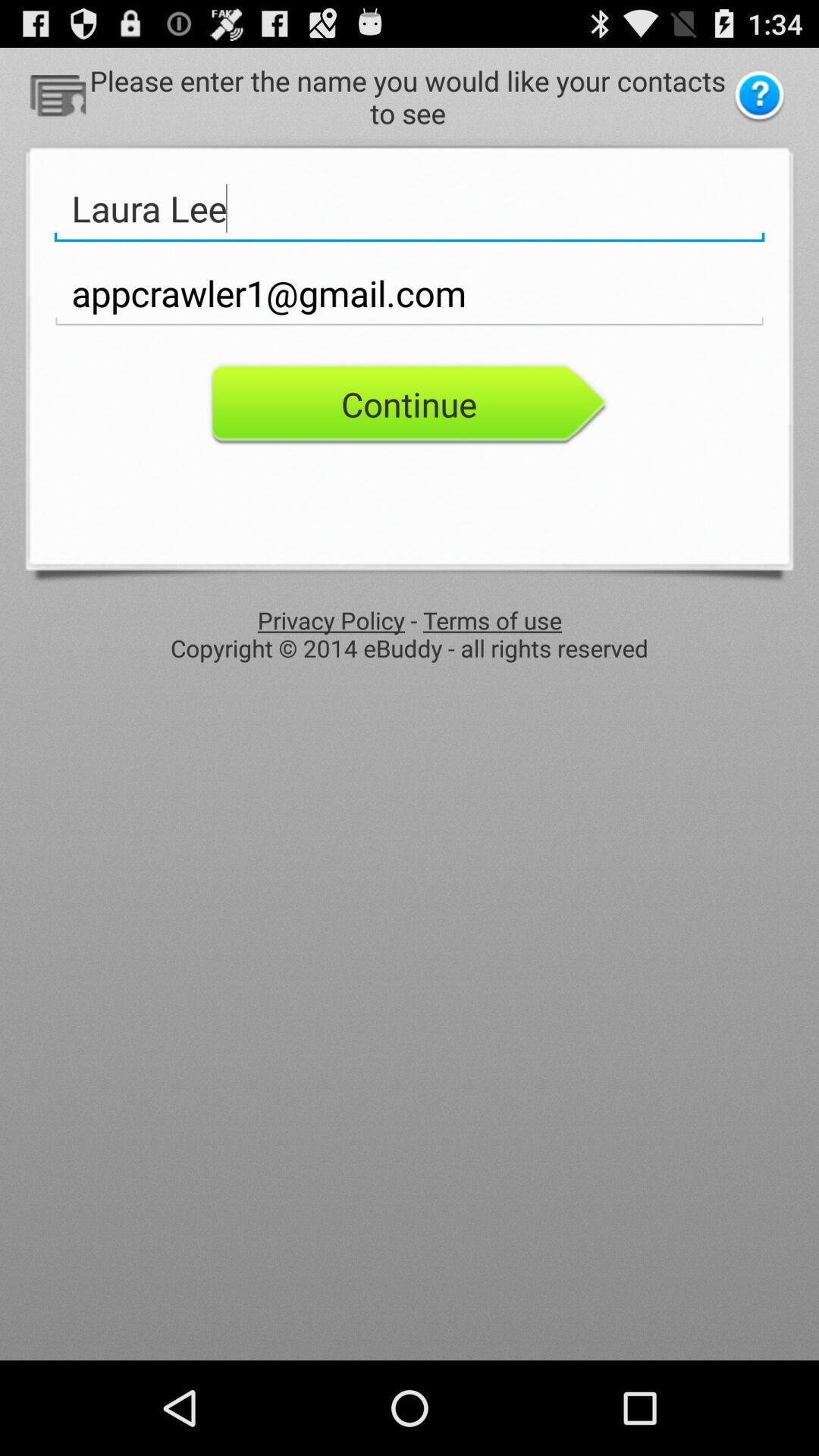 This screenshot has height=1456, width=819. I want to click on the help icon, so click(759, 102).